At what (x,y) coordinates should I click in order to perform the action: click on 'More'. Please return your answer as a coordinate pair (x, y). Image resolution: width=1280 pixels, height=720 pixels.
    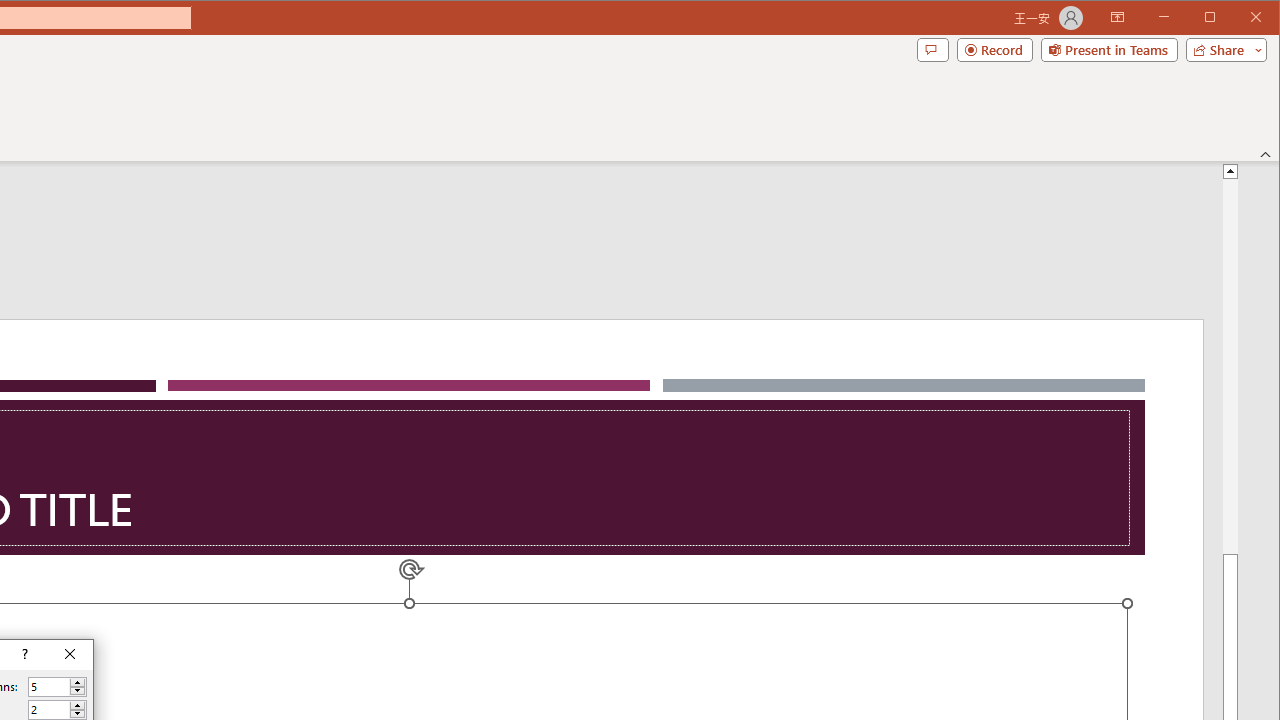
    Looking at the image, I should click on (77, 704).